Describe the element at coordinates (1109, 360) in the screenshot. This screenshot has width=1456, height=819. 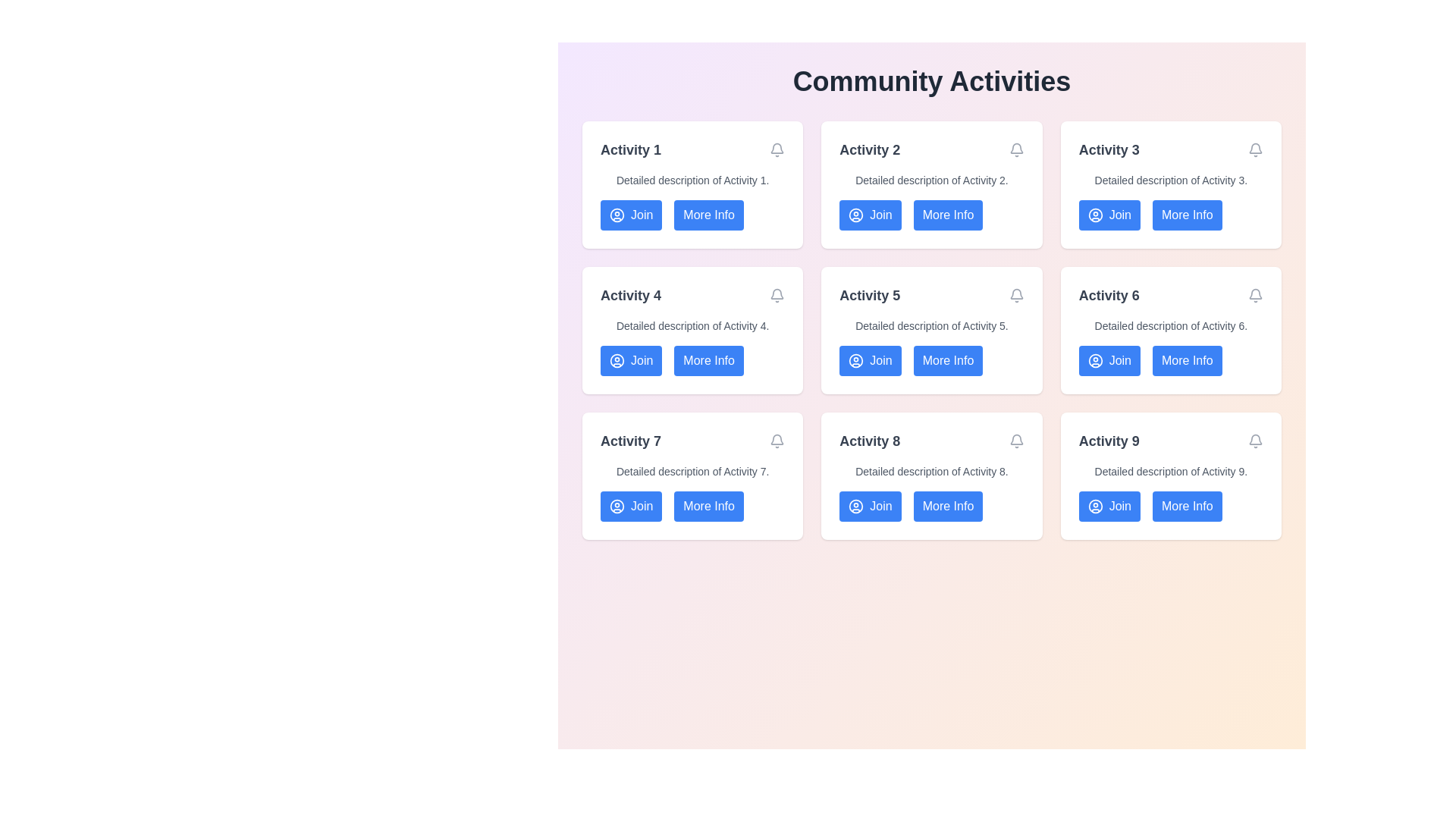
I see `the 'Join Activity 6' button` at that location.